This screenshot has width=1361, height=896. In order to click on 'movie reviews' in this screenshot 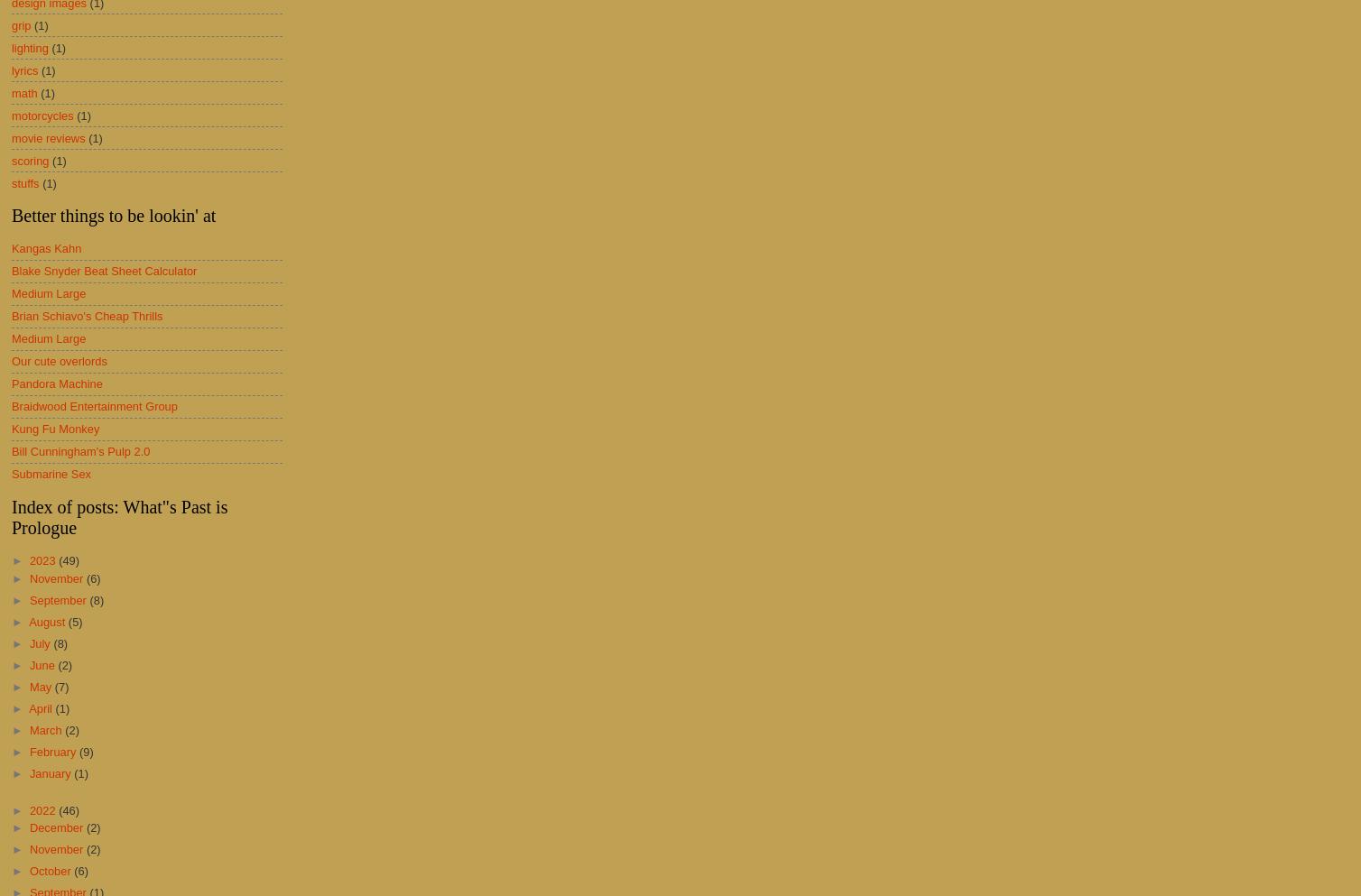, I will do `click(48, 137)`.